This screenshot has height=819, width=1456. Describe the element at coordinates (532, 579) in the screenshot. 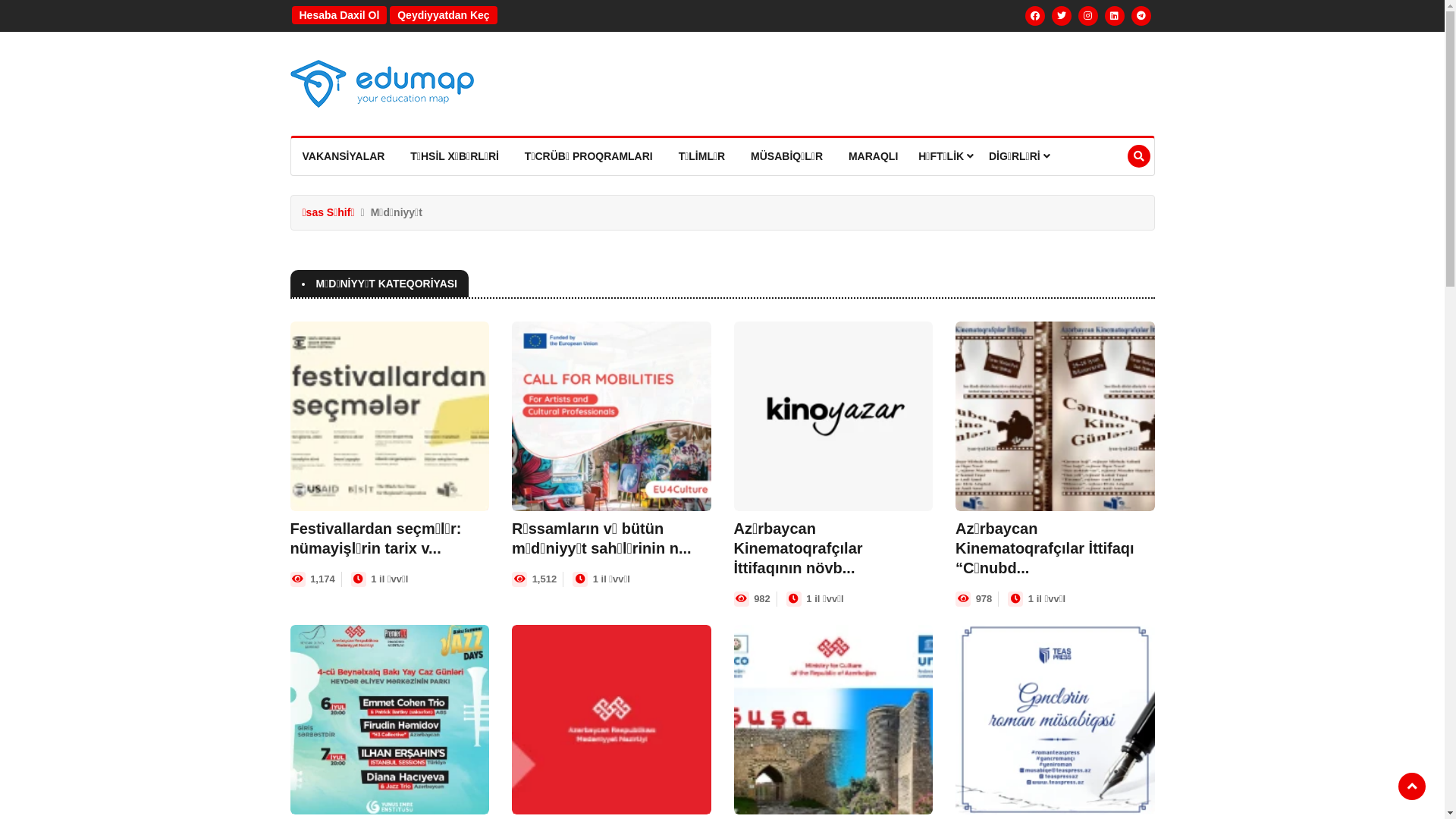

I see `'1,512'` at that location.